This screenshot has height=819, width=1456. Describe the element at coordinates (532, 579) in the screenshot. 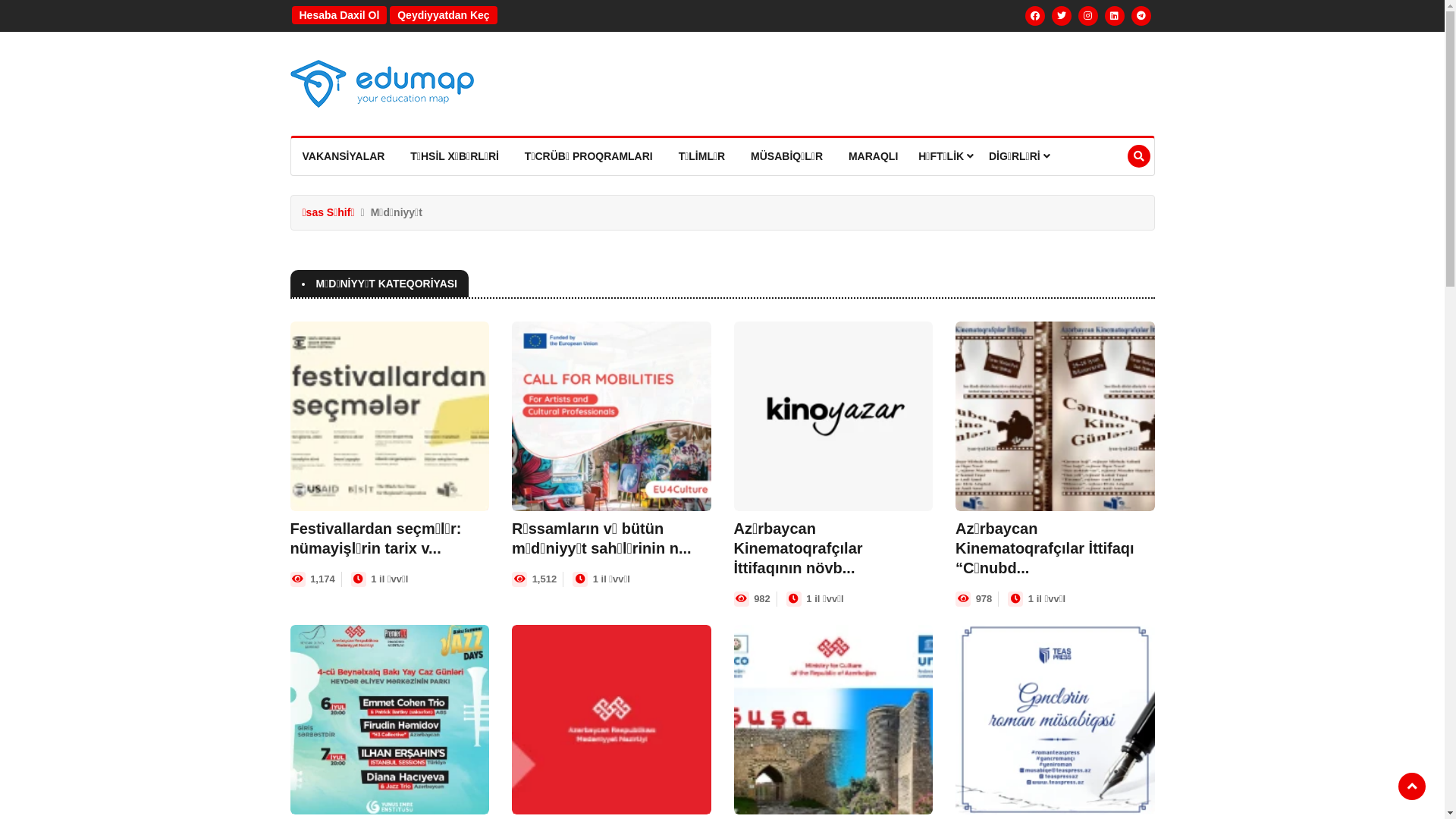

I see `'1,512'` at that location.